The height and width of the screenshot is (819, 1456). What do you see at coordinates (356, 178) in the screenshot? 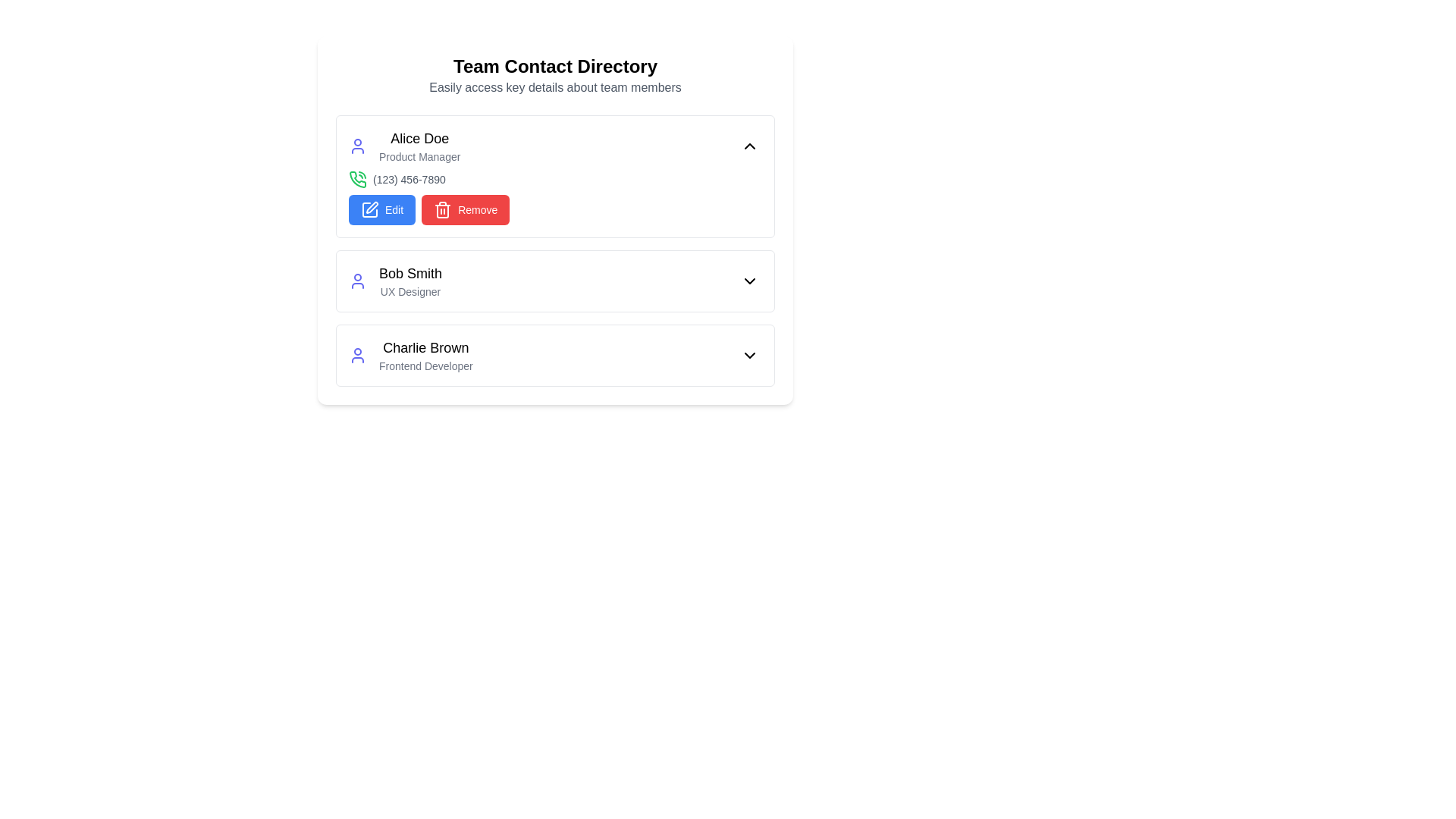
I see `the green phone call icon representing telephone functionality associated with the contact 'Alice Doe'` at bounding box center [356, 178].